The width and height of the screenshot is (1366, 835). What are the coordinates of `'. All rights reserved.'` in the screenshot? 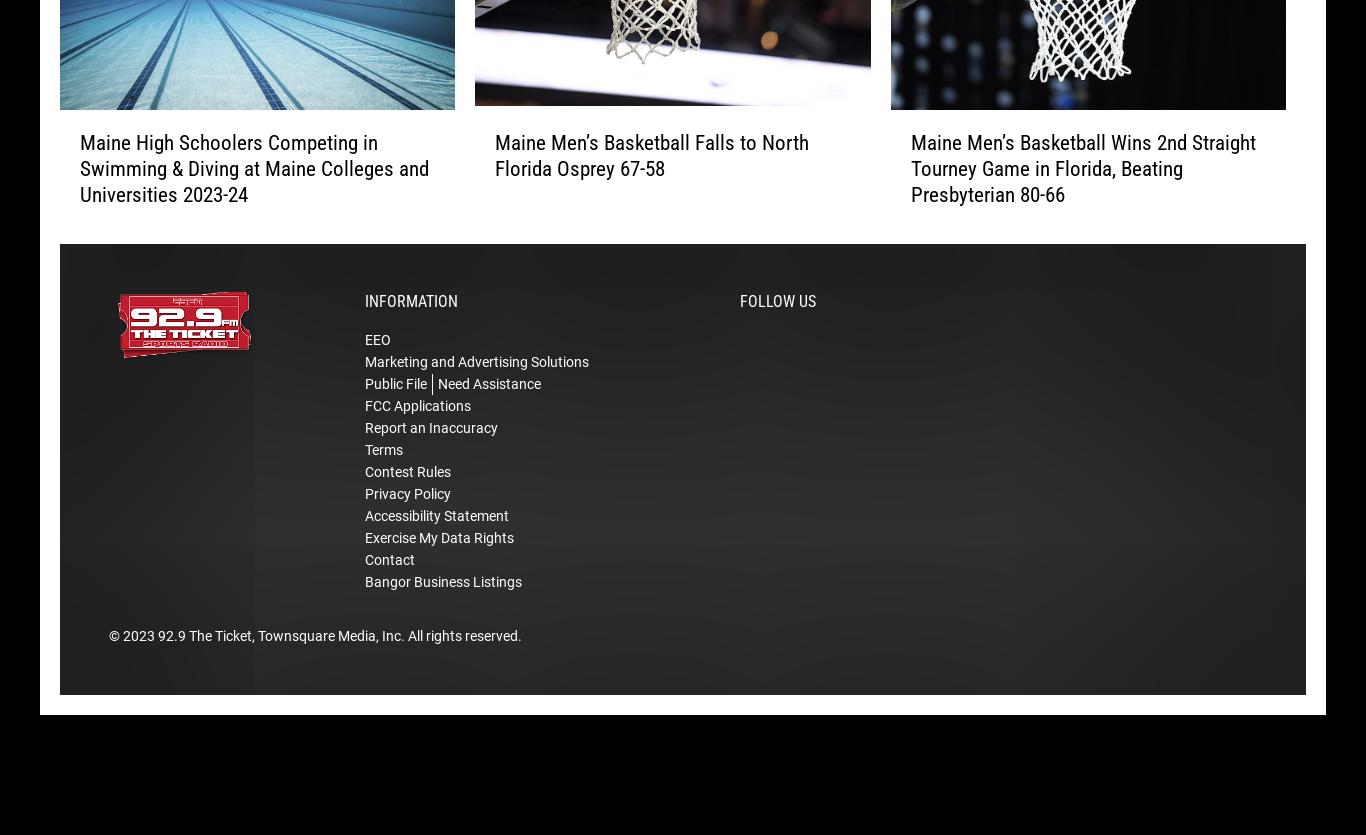 It's located at (461, 665).